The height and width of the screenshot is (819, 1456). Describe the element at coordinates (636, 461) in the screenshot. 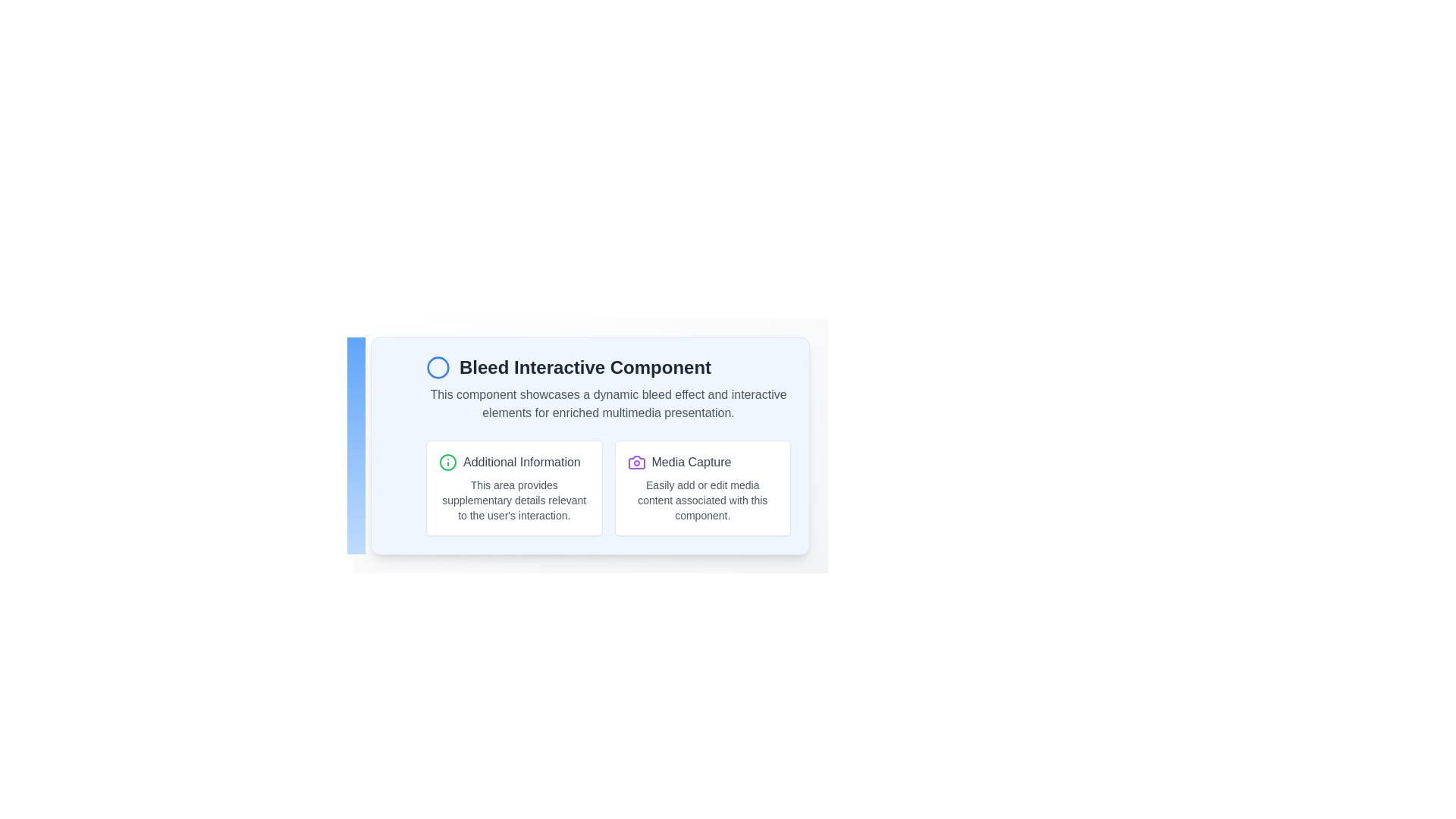

I see `the 'Media Capture' icon, which serves as a visual indicator for adding or editing media content, located on the right-hand side below the 'Bleed Interactive Component' header` at that location.